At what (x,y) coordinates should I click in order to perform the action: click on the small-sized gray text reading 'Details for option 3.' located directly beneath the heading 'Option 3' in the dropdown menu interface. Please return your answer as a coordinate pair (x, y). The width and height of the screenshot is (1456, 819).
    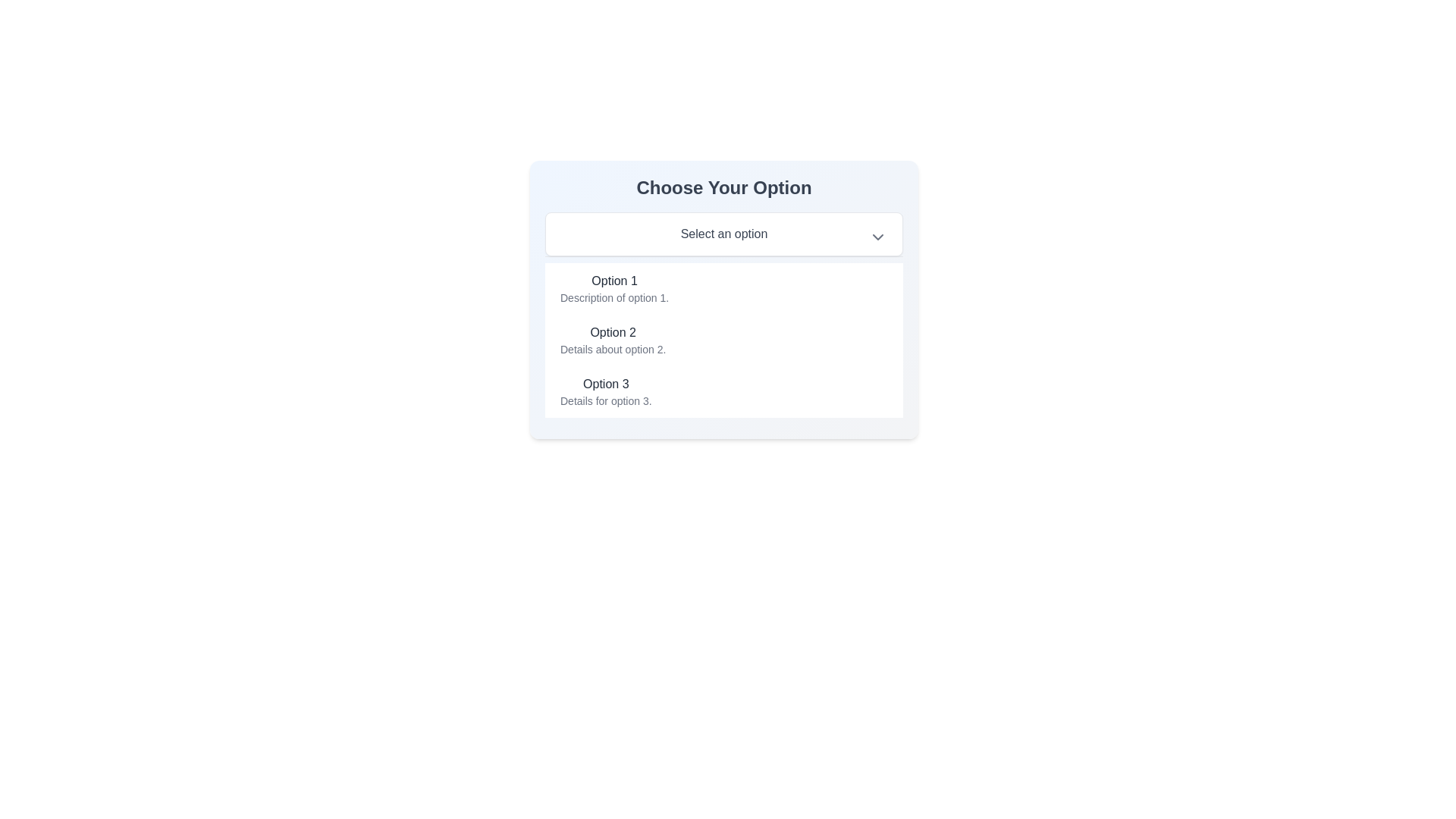
    Looking at the image, I should click on (605, 400).